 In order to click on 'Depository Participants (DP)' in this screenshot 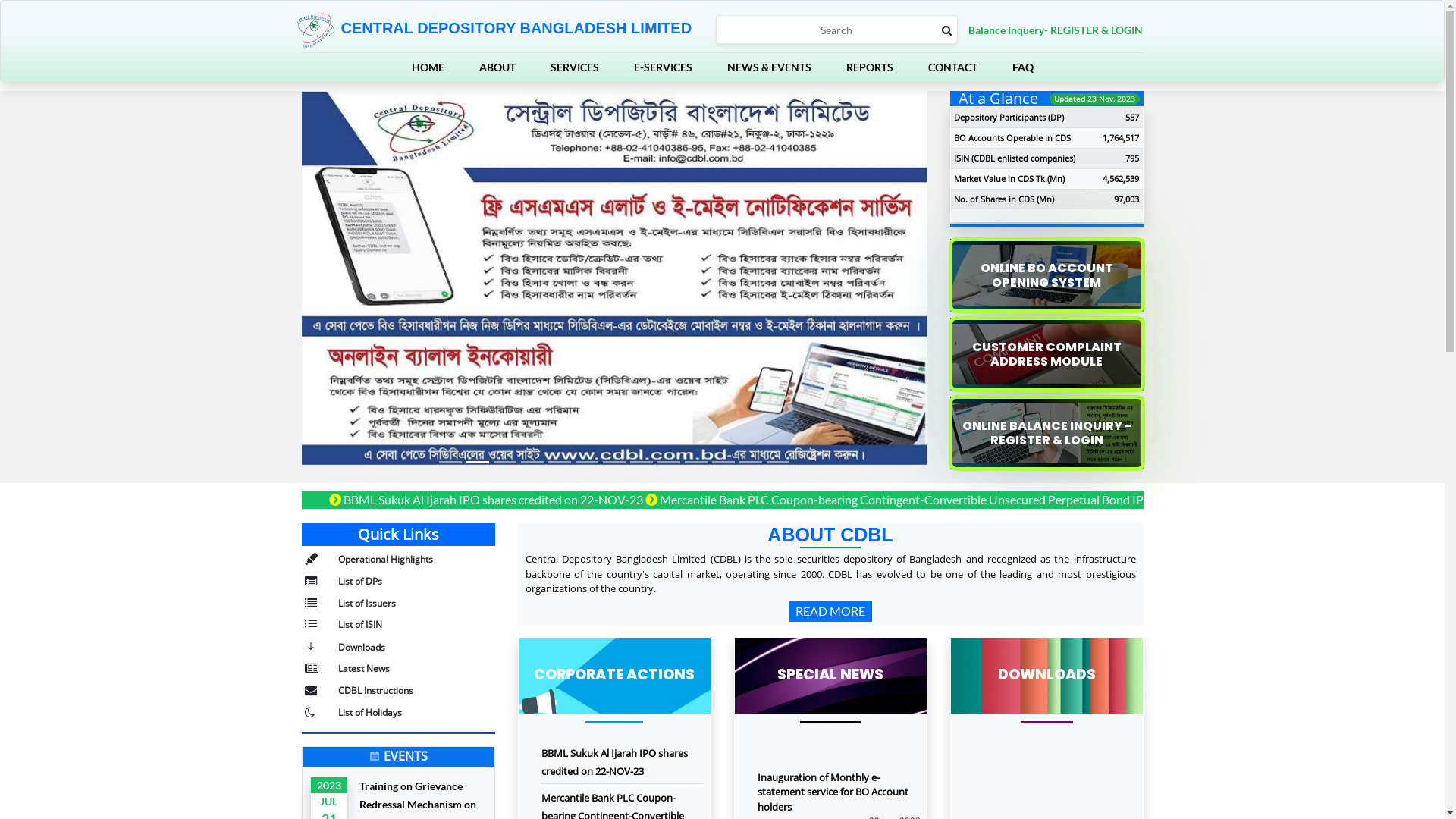, I will do `click(952, 116)`.